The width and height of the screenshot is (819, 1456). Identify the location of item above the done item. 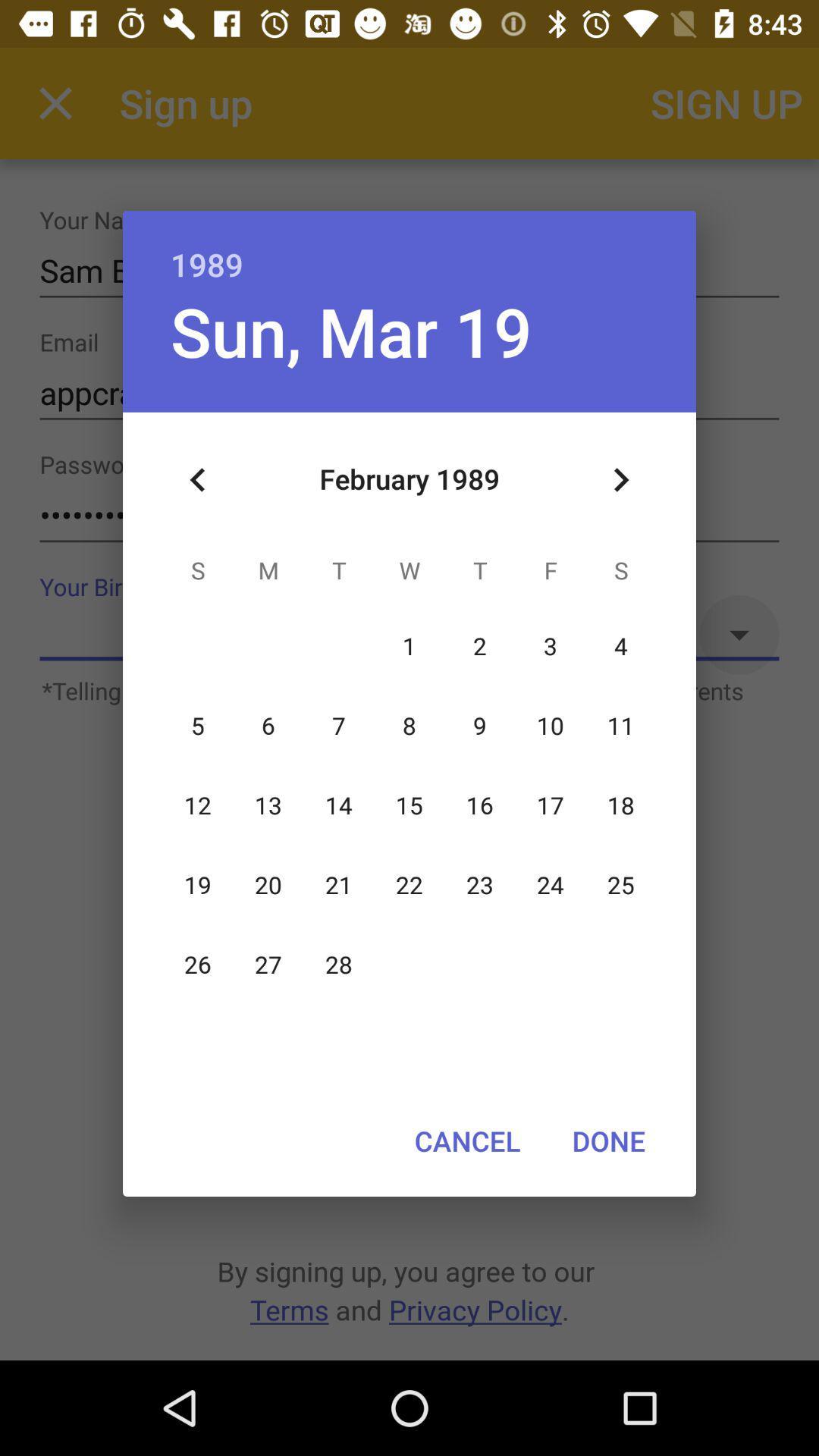
(620, 479).